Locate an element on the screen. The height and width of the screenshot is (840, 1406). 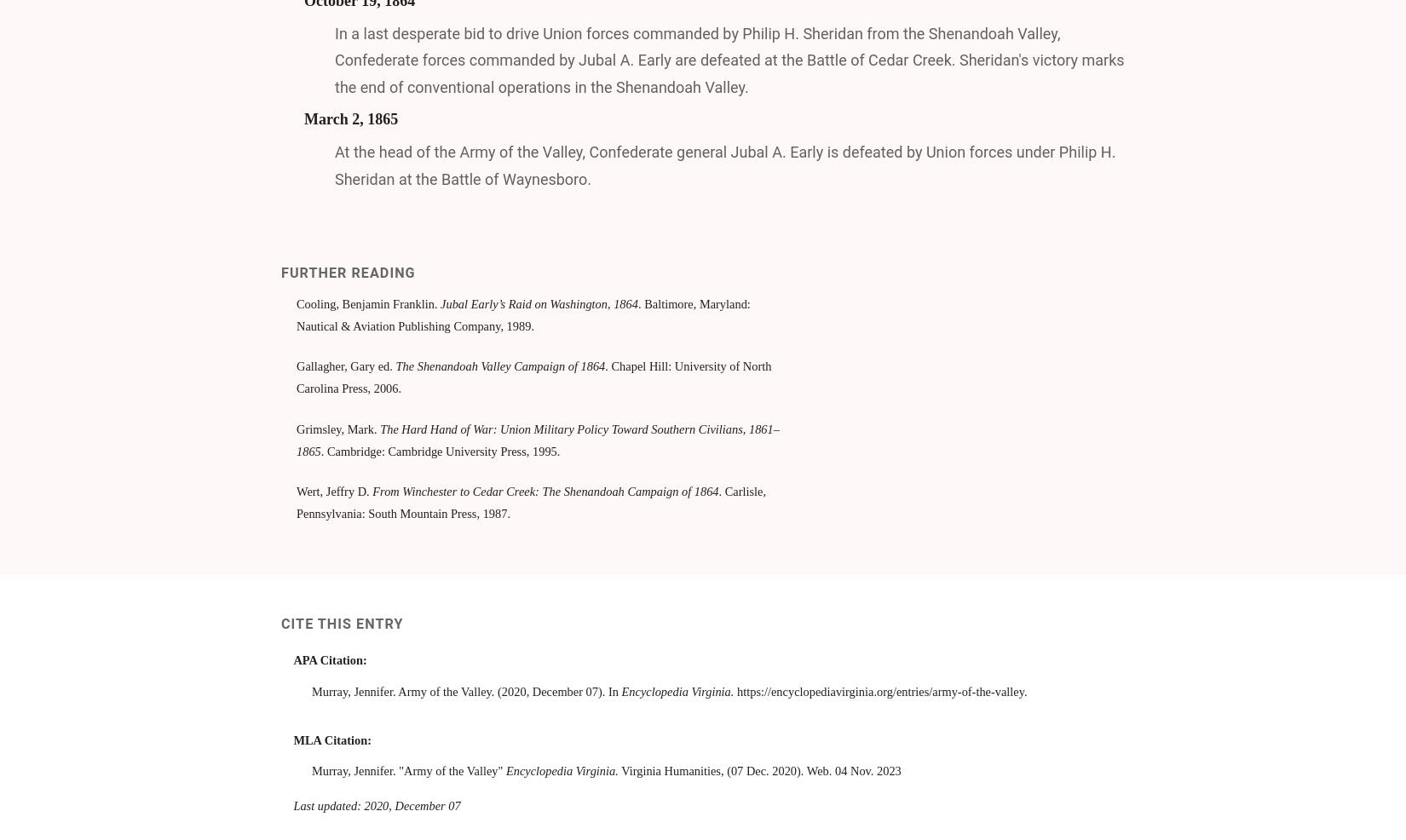
'The Hard Hand of War: Union Military Policy Toward Southern Civilians, 1861–1865' is located at coordinates (536, 438).